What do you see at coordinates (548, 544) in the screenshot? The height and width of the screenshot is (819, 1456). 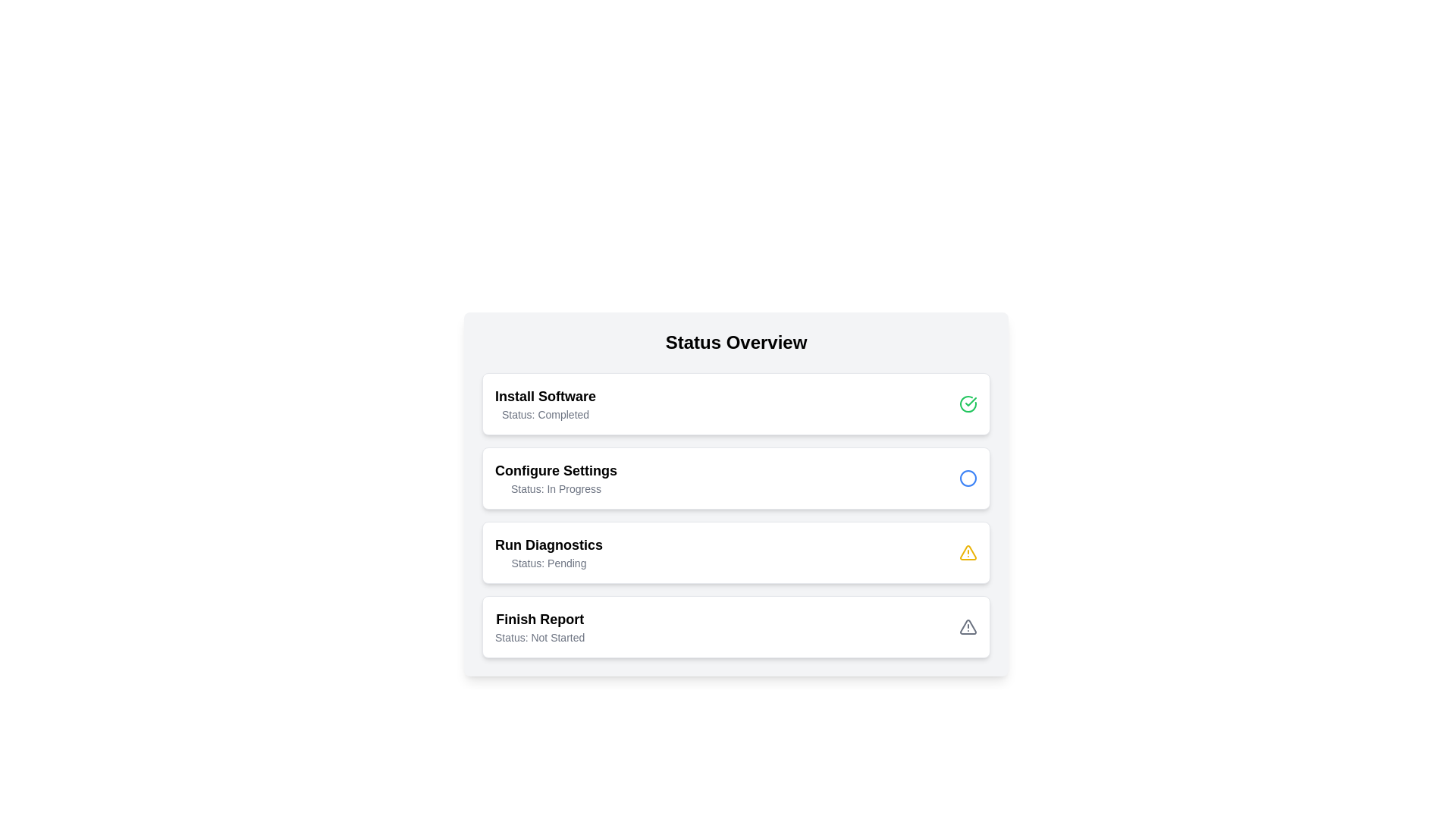 I see `the label indicating 'Run Diagnostics', which is the top text component above the status 'Status: Pending' in the vertically stacked list of status items` at bounding box center [548, 544].